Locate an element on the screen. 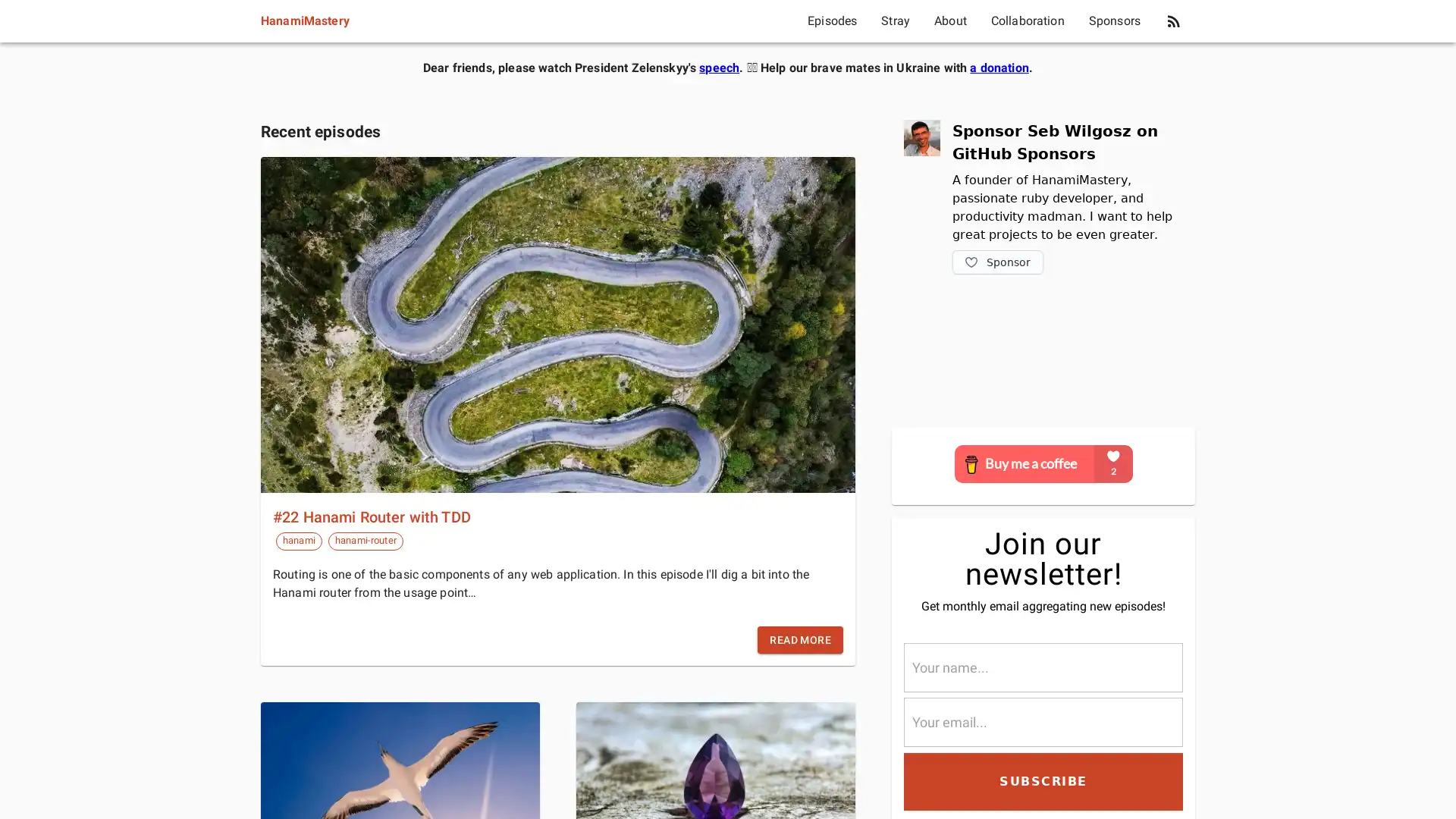 This screenshot has width=1456, height=819. hanami-router is located at coordinates (365, 540).